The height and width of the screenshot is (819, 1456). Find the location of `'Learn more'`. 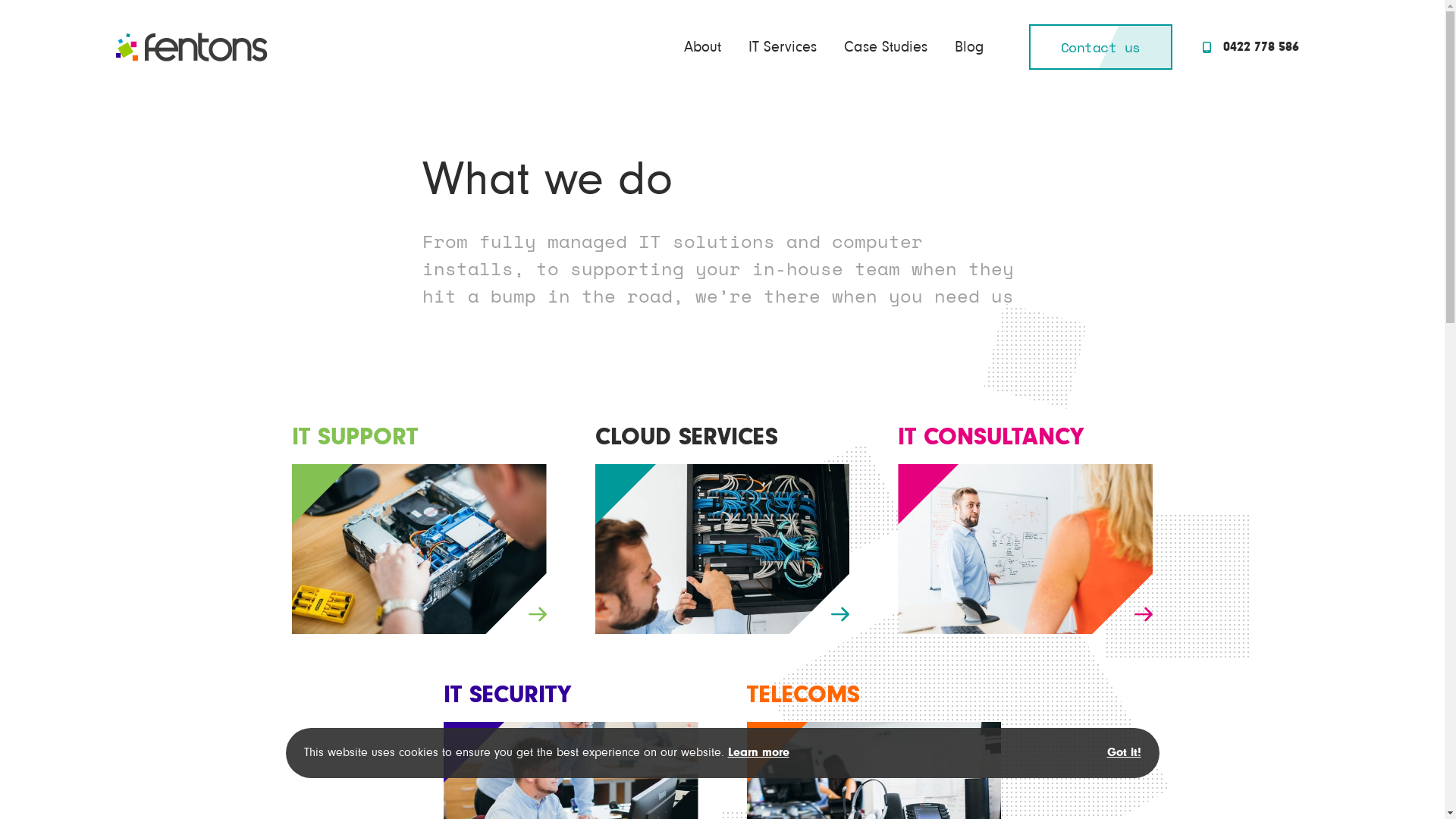

'Learn more' is located at coordinates (728, 752).